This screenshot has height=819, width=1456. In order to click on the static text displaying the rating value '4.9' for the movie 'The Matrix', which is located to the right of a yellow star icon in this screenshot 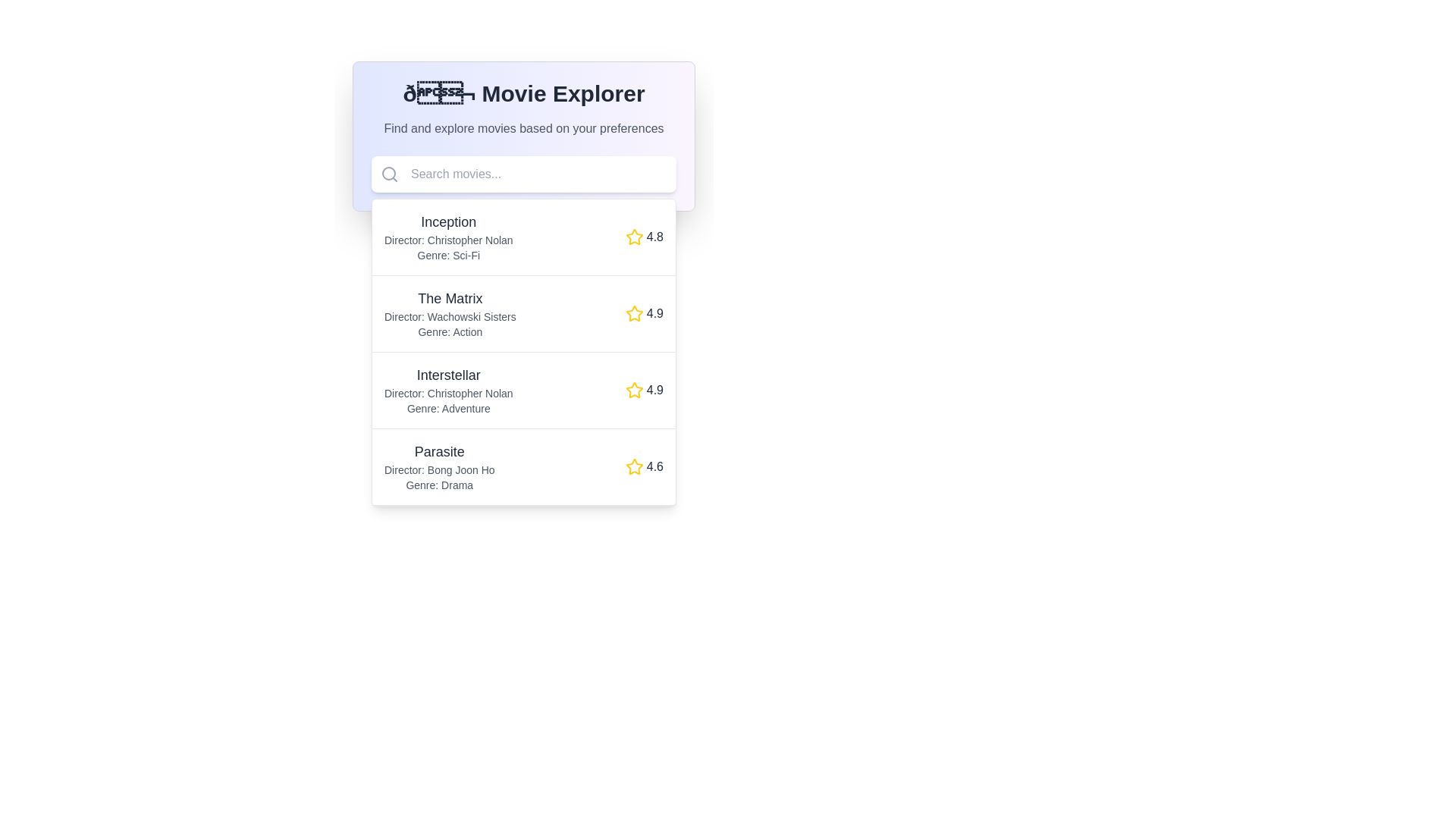, I will do `click(654, 312)`.